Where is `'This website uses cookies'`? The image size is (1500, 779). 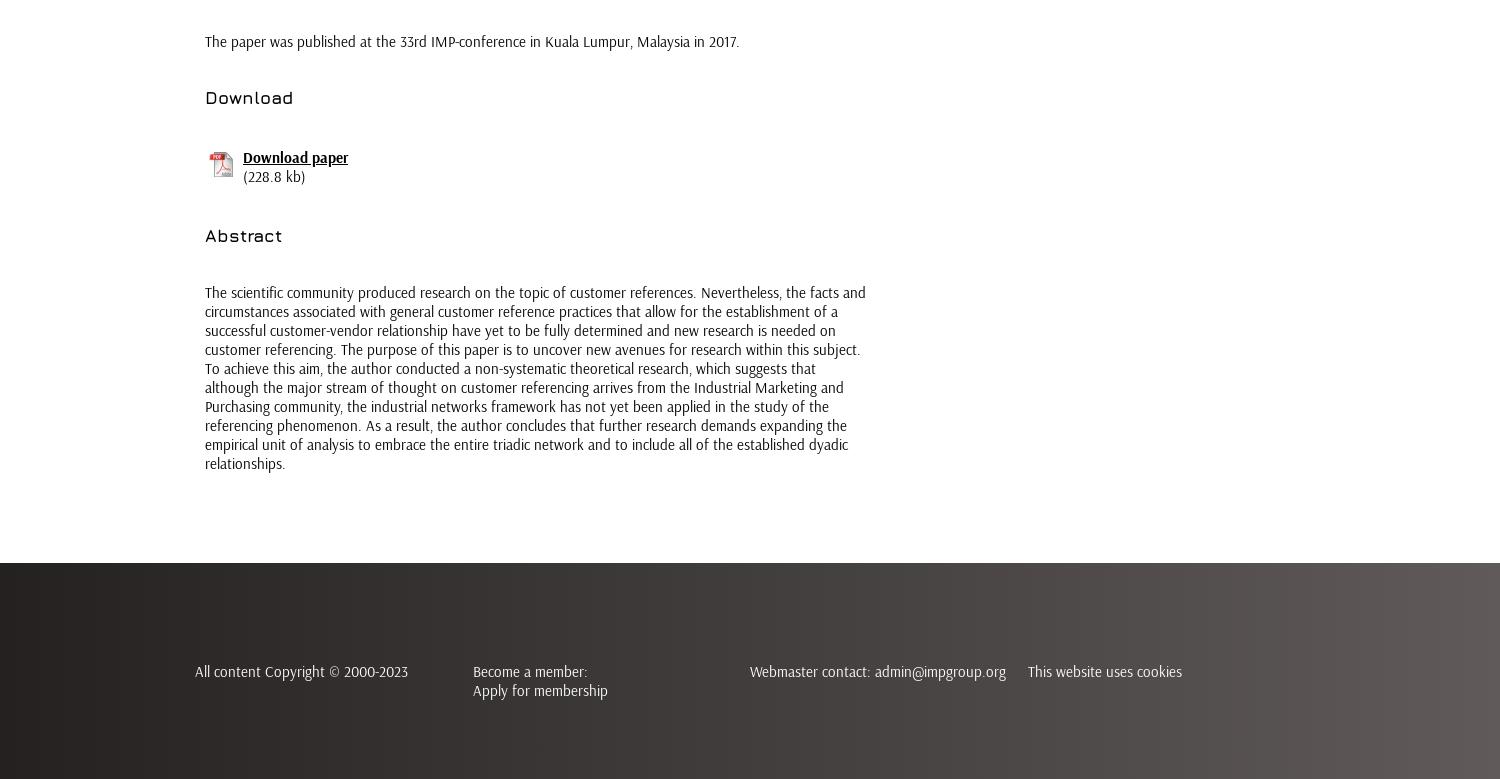
'This website uses cookies' is located at coordinates (1103, 671).